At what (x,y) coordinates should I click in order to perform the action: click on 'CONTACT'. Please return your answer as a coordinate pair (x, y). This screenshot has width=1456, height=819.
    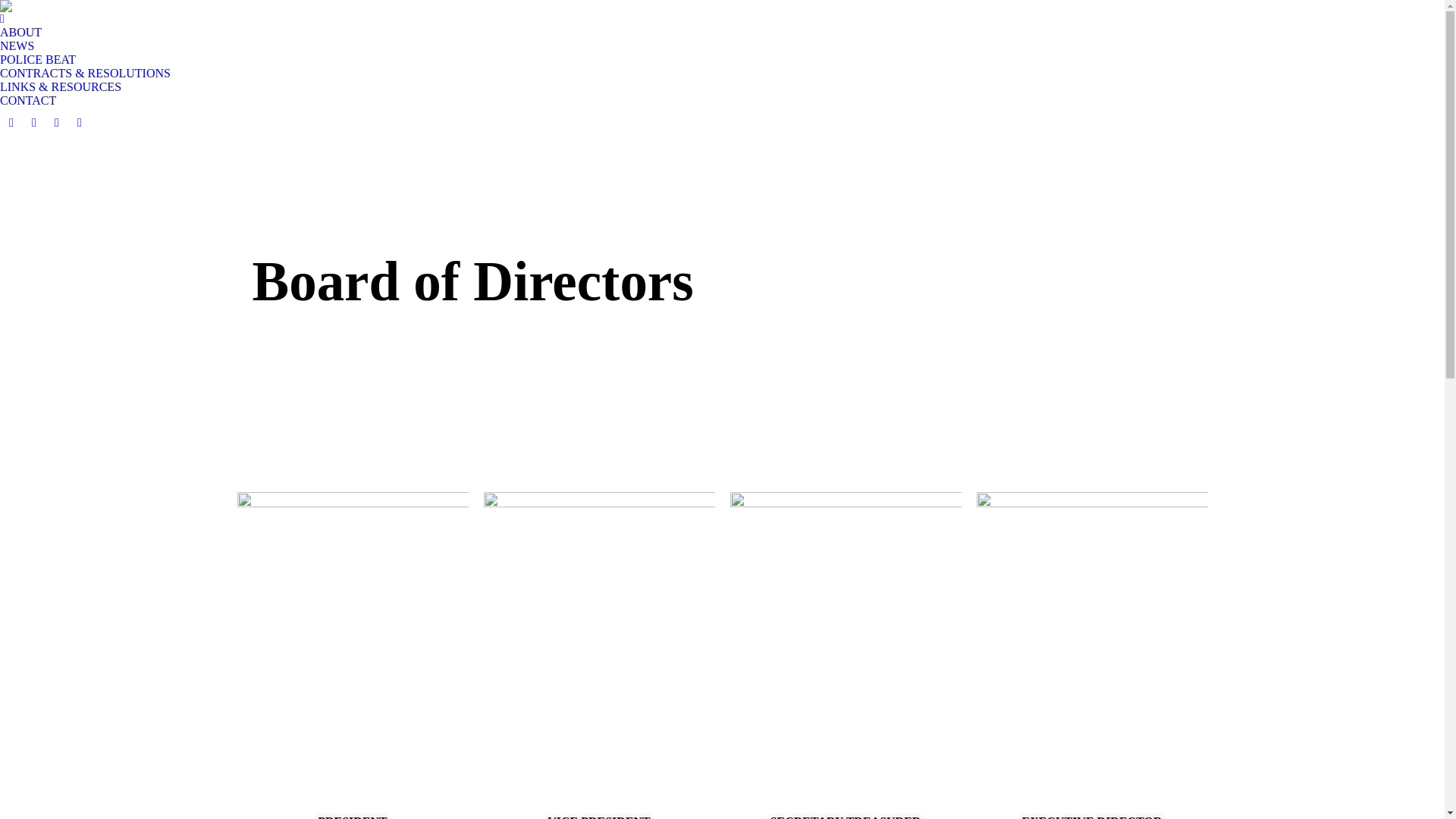
    Looking at the image, I should click on (28, 100).